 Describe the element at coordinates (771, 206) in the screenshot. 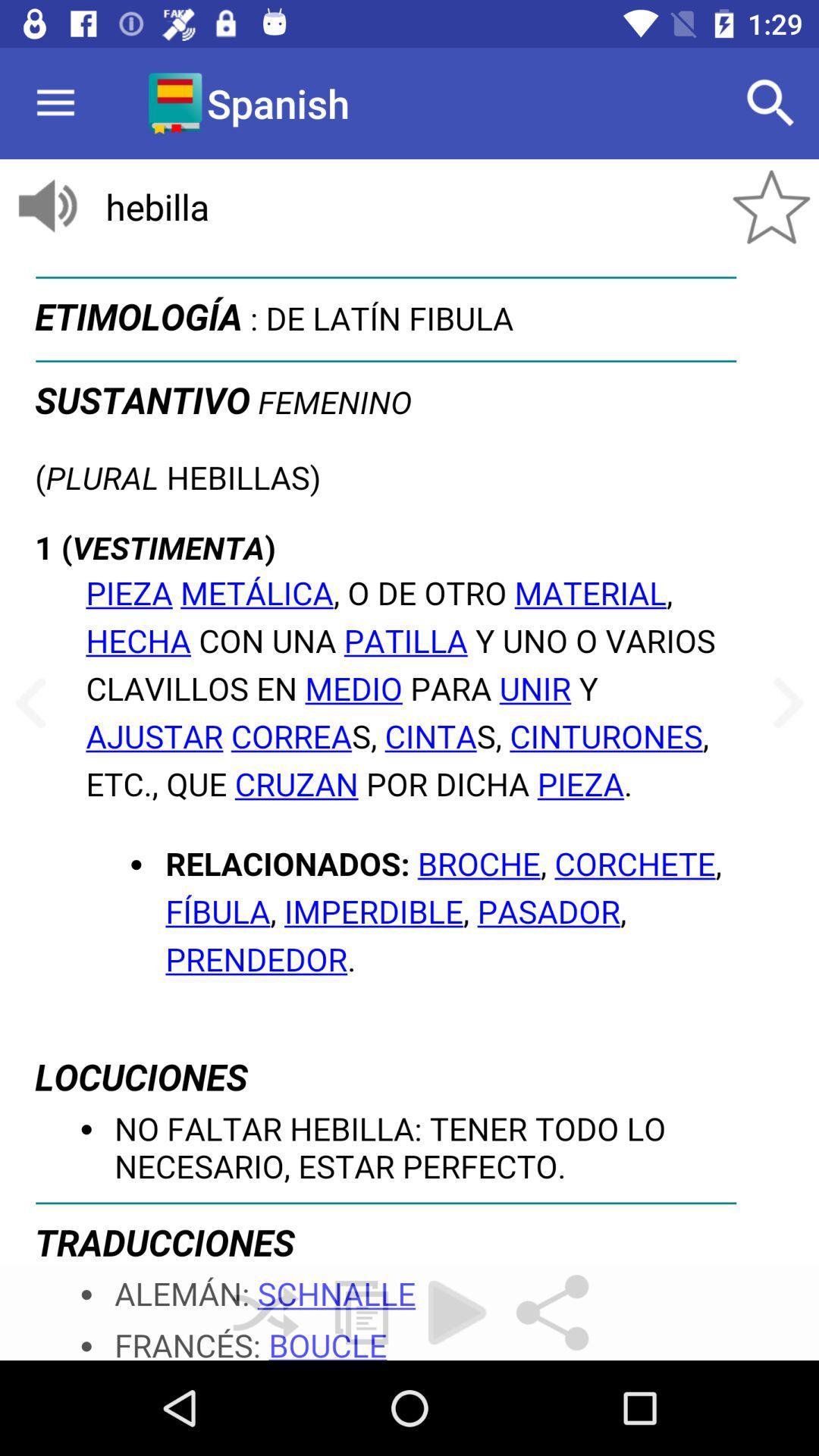

I see `the star icon` at that location.